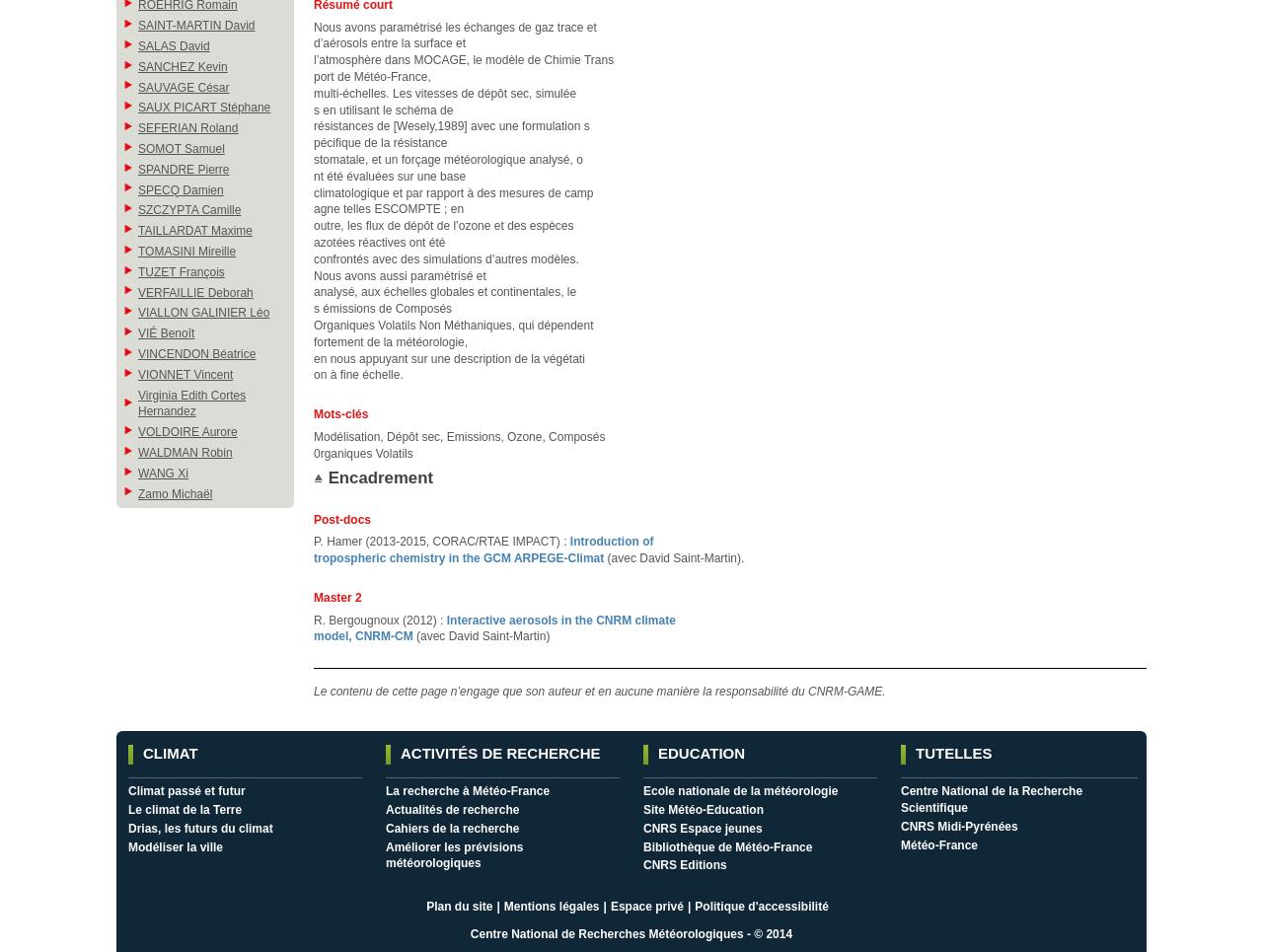  I want to click on 'Espace privé', so click(608, 905).